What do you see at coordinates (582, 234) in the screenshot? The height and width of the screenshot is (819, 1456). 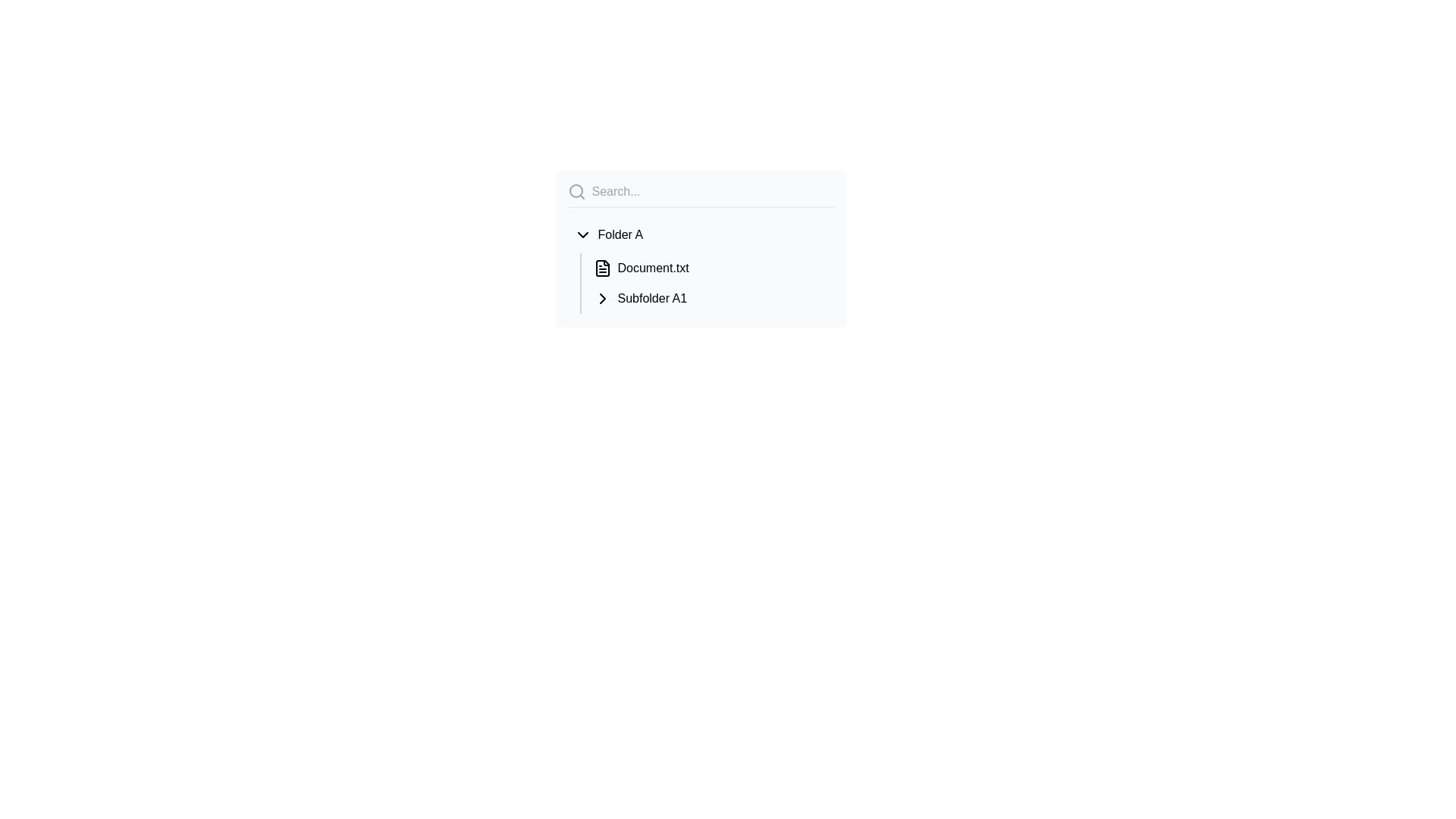 I see `the downward-facing chevron icon located to the left of the 'Folder A' text` at bounding box center [582, 234].